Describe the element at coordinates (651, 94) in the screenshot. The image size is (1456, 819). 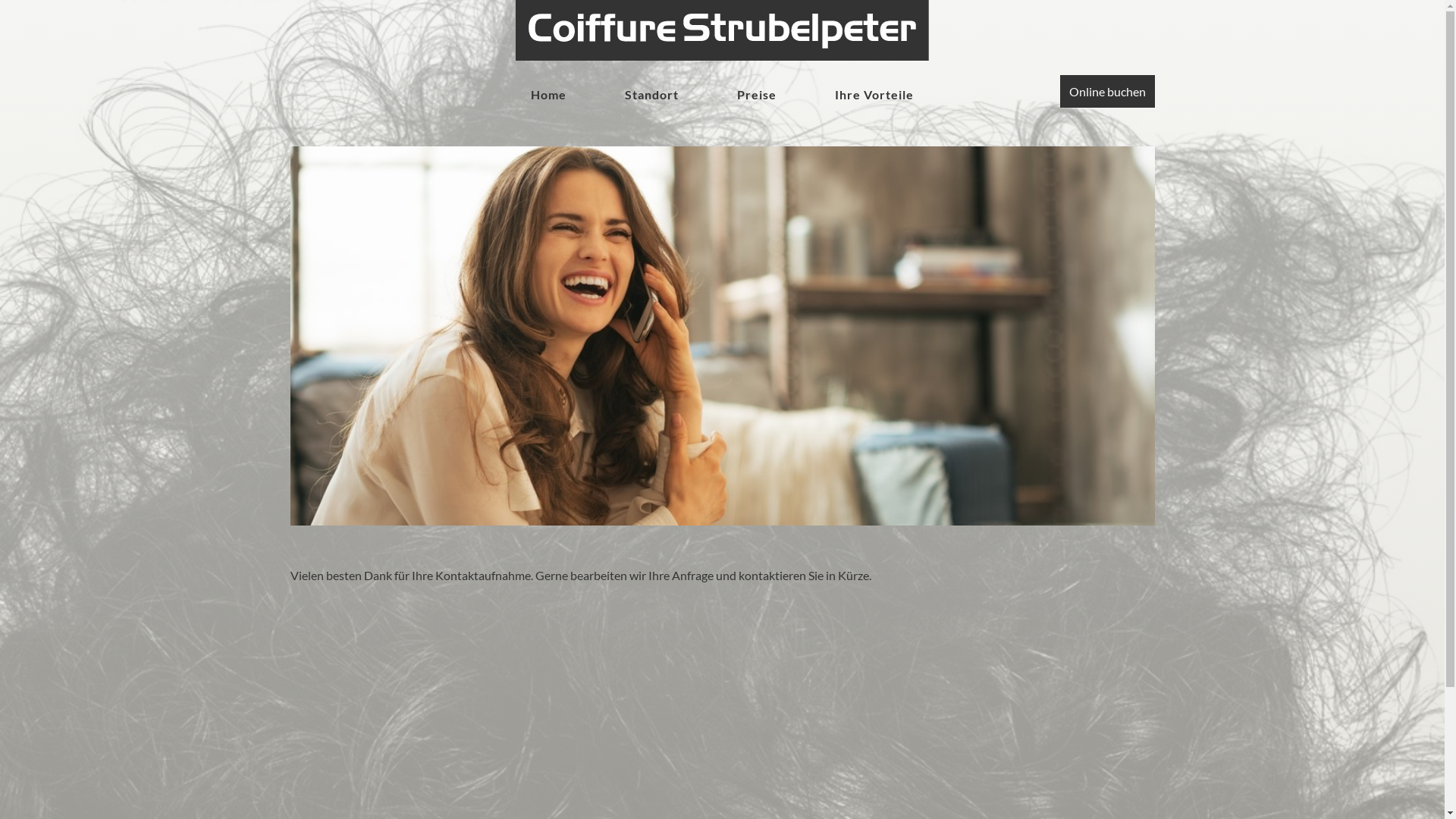
I see `'Standort'` at that location.